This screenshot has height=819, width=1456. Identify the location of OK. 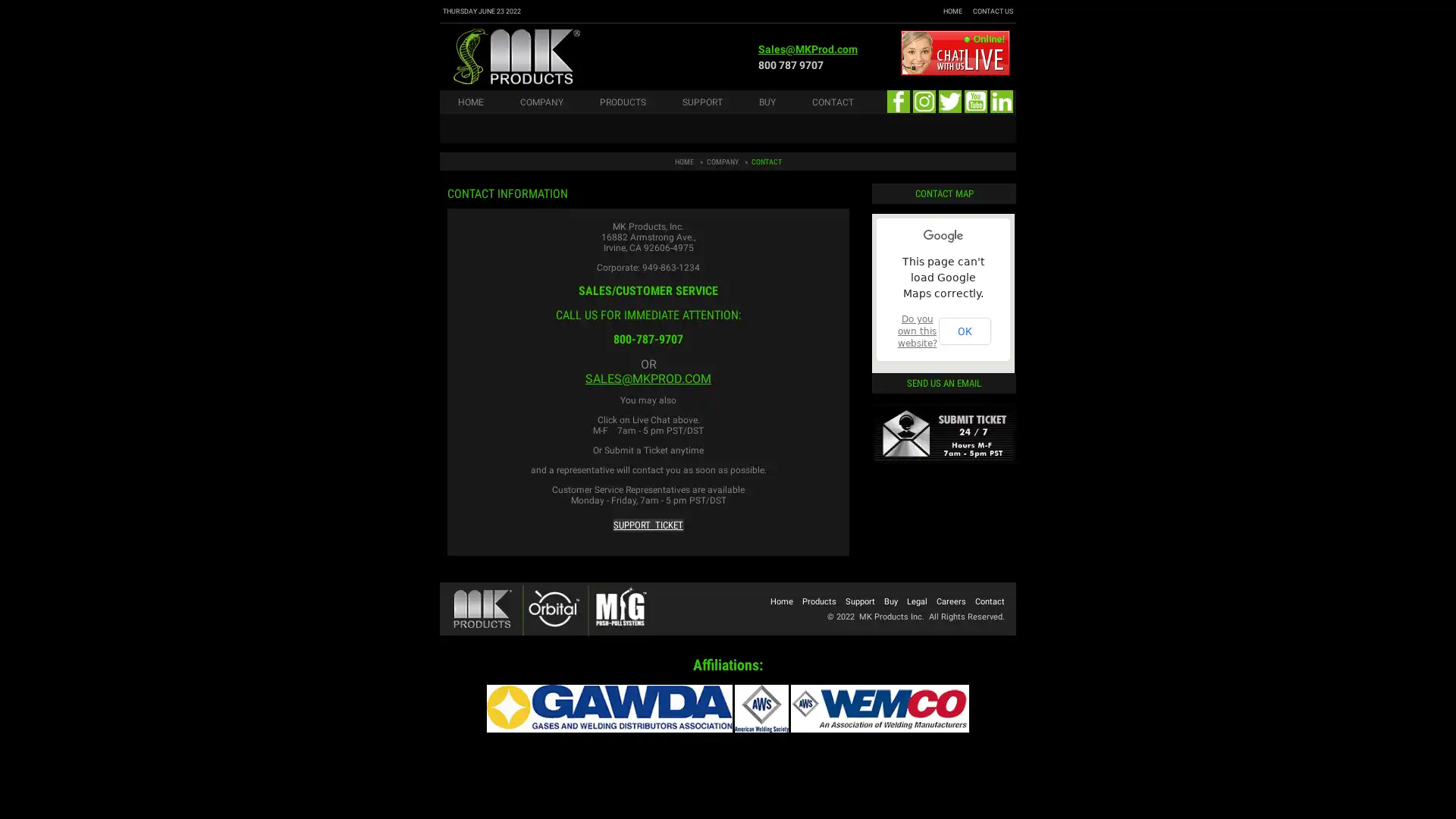
(964, 330).